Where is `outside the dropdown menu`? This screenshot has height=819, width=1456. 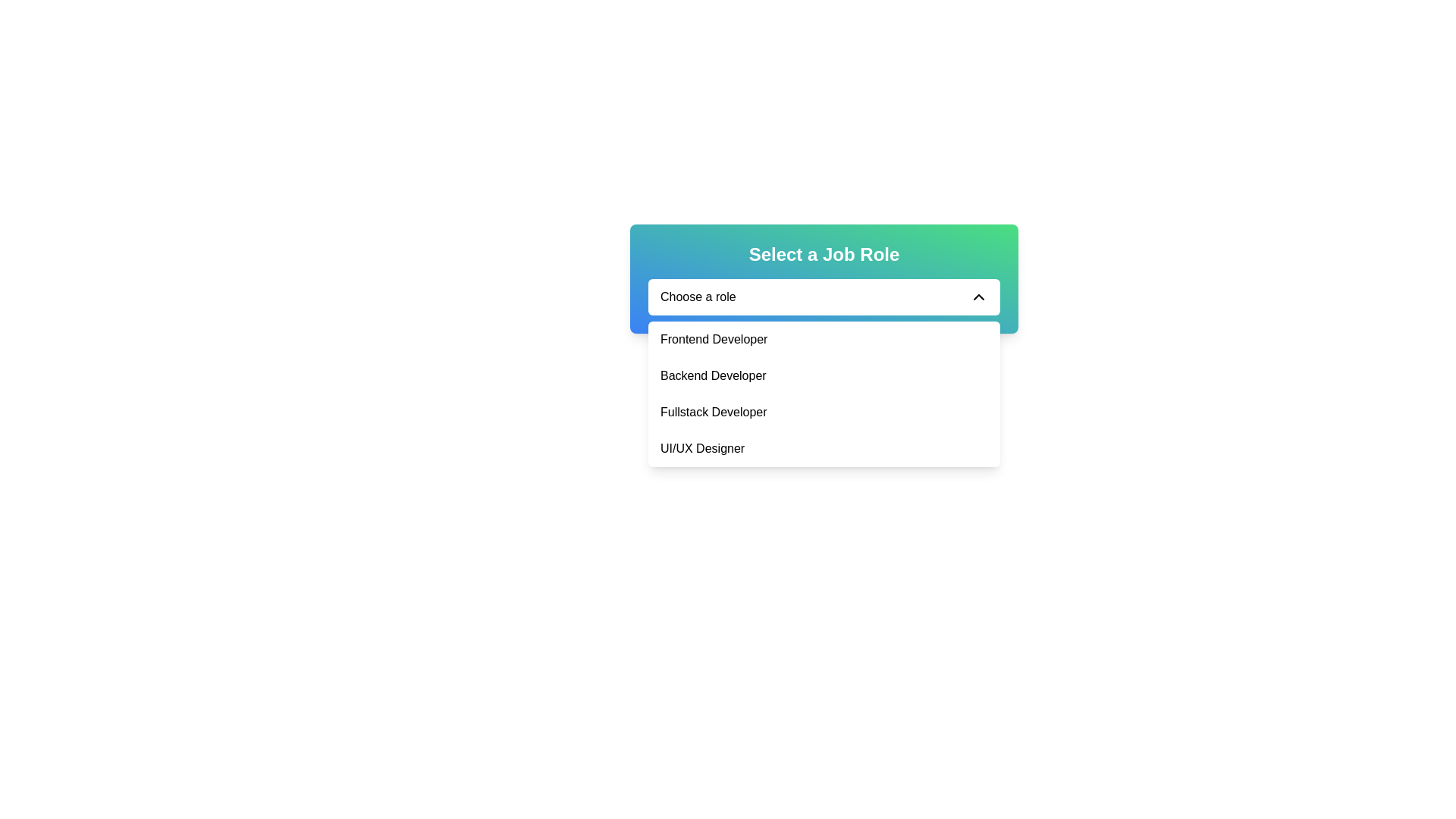
outside the dropdown menu is located at coordinates (823, 297).